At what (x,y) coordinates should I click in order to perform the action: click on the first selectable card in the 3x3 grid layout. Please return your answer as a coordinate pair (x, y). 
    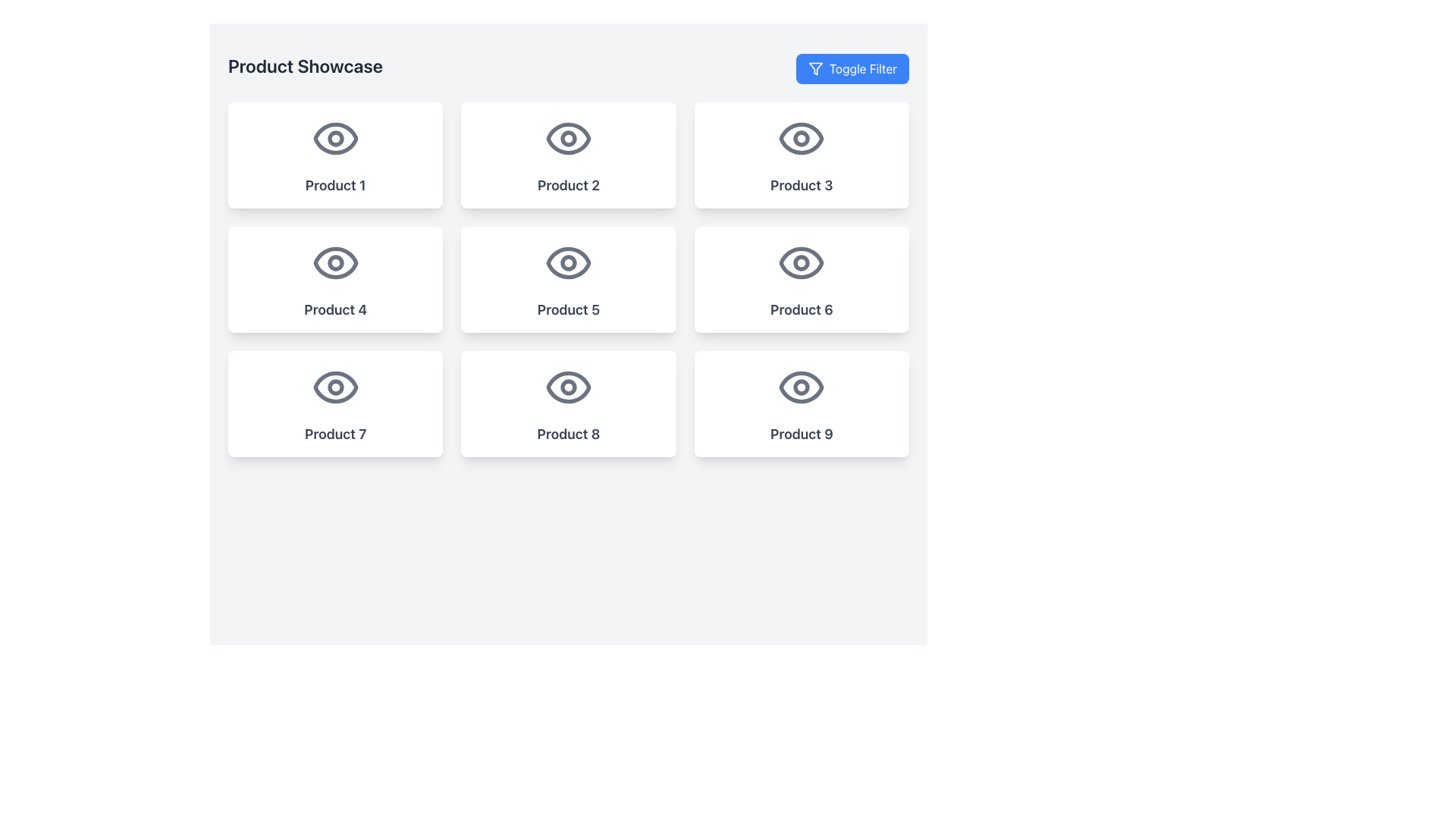
    Looking at the image, I should click on (334, 155).